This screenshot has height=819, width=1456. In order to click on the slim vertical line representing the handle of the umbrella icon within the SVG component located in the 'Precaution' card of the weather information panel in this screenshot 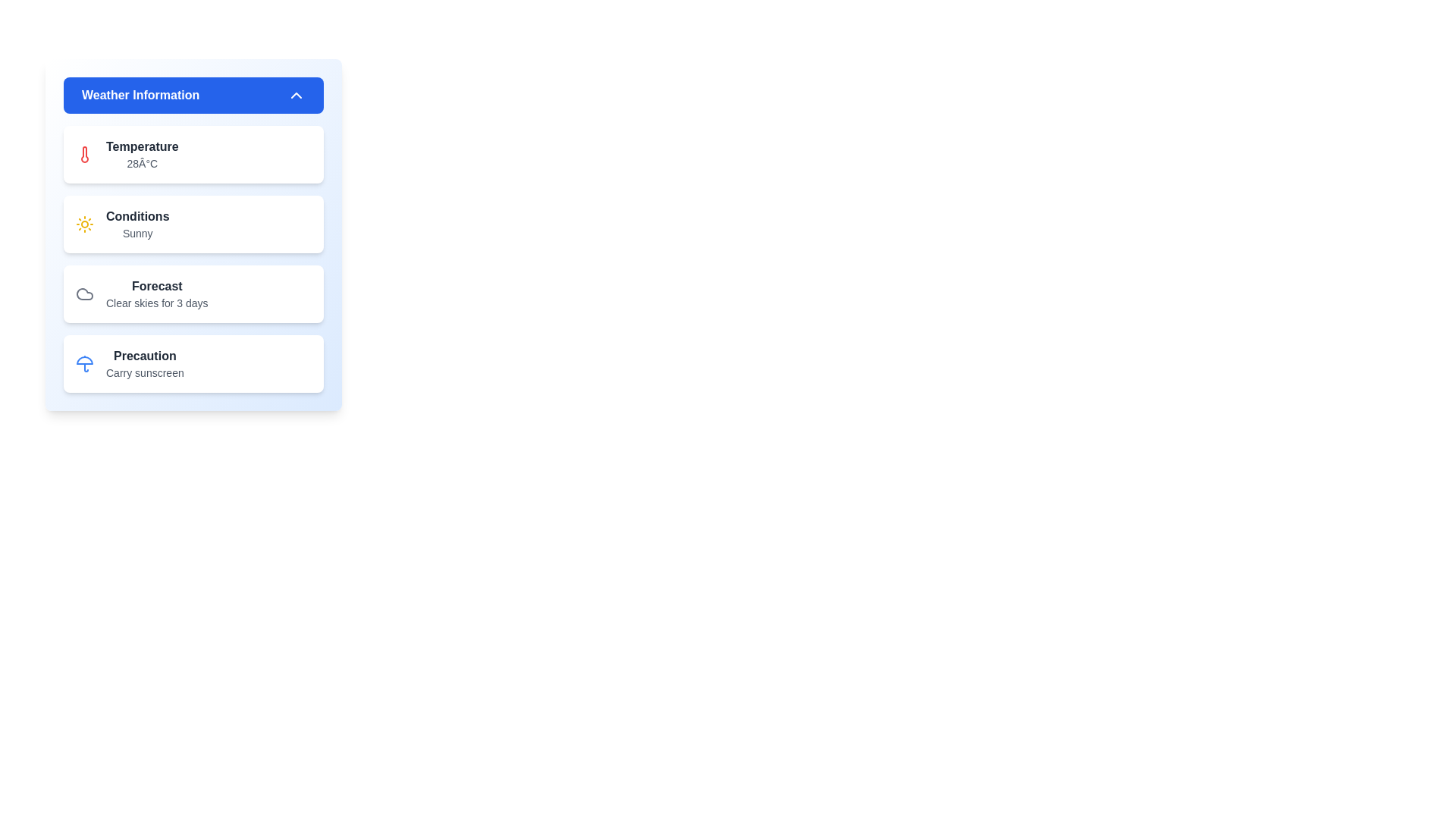, I will do `click(86, 368)`.